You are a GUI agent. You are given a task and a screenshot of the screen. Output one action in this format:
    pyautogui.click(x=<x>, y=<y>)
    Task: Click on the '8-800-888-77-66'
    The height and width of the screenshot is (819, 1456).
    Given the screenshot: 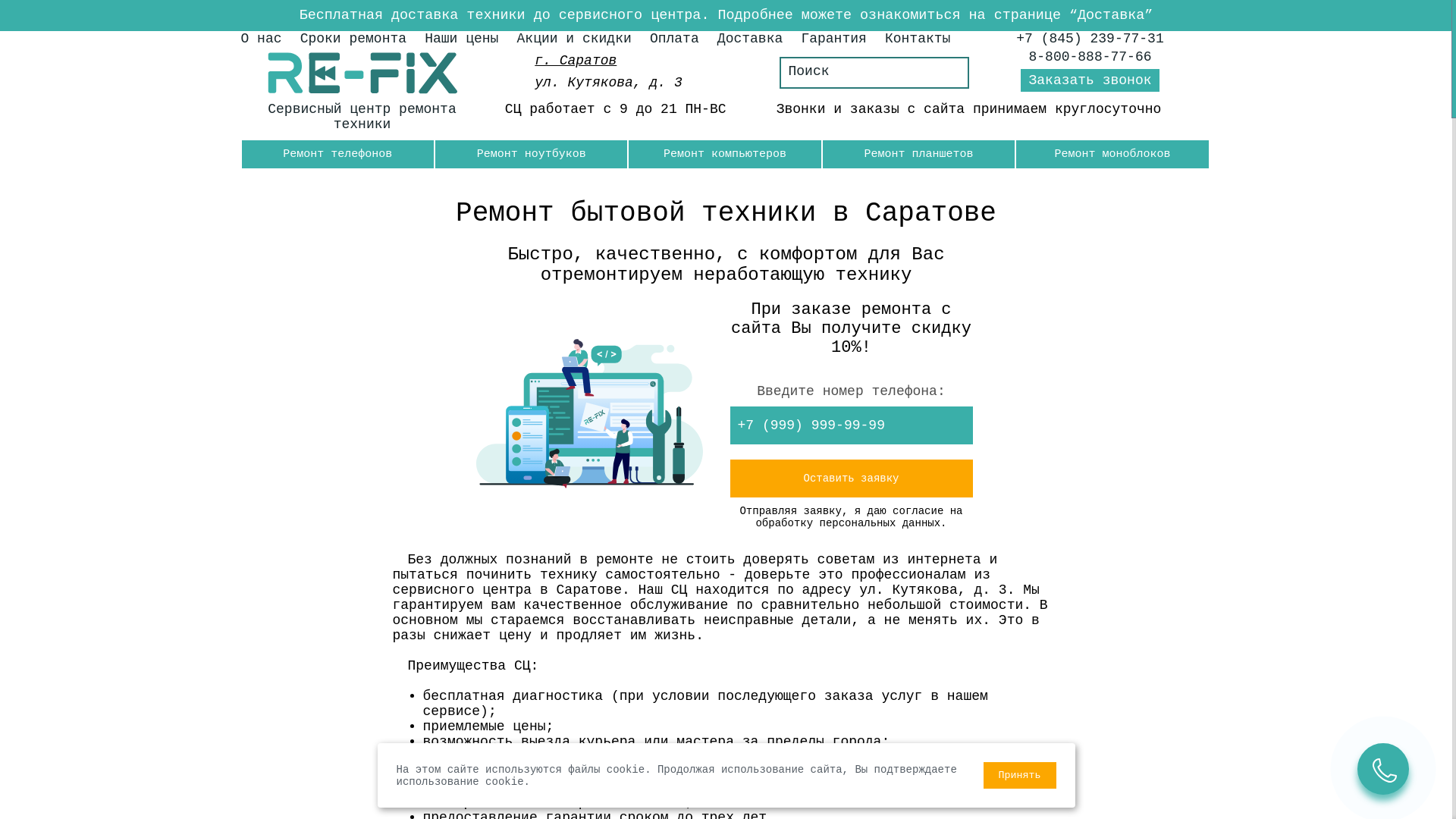 What is the action you would take?
    pyautogui.click(x=1090, y=55)
    